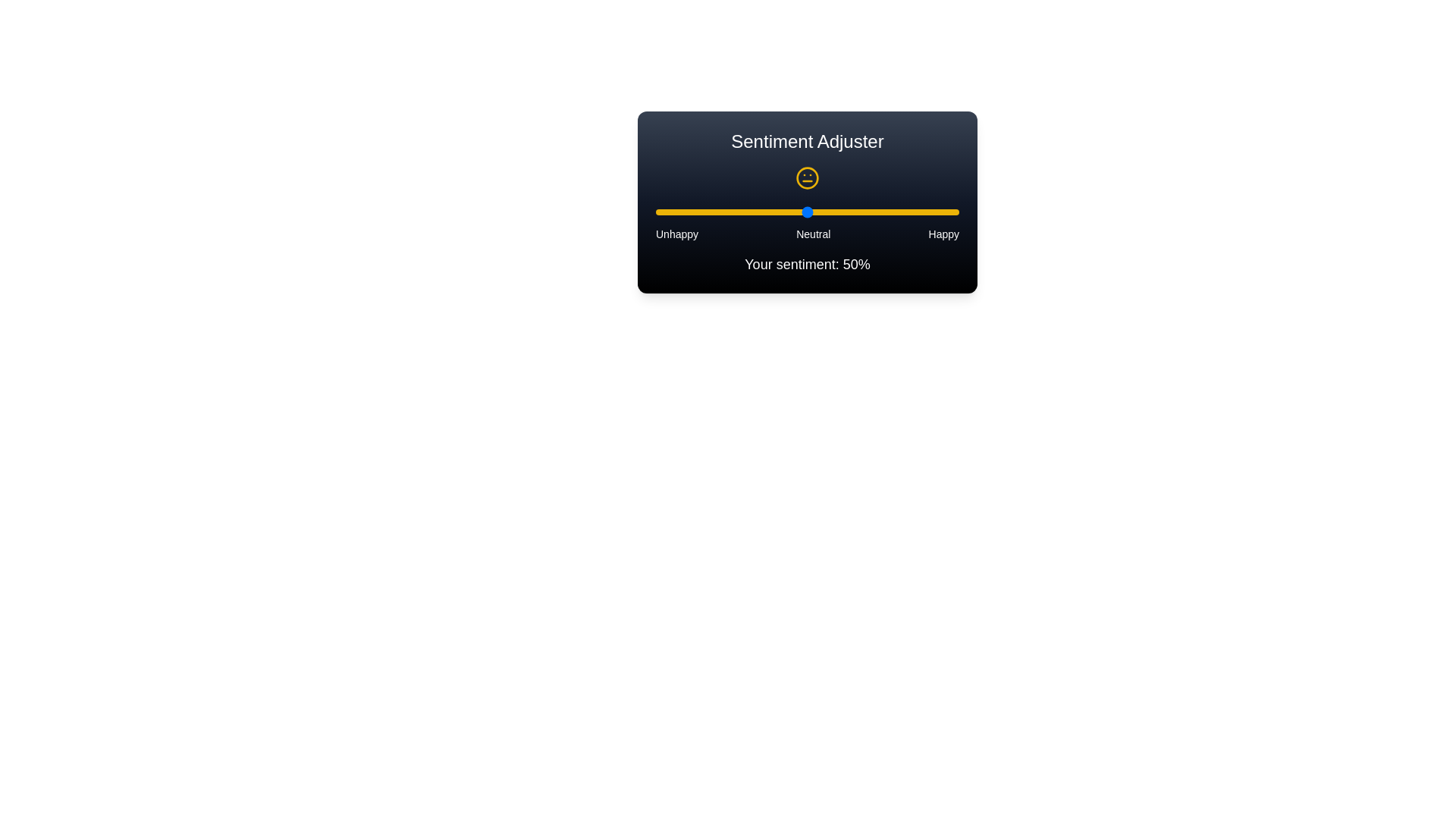  I want to click on the sentiment slider to 72%, where sentiment is a value between 0 and 100, so click(874, 212).